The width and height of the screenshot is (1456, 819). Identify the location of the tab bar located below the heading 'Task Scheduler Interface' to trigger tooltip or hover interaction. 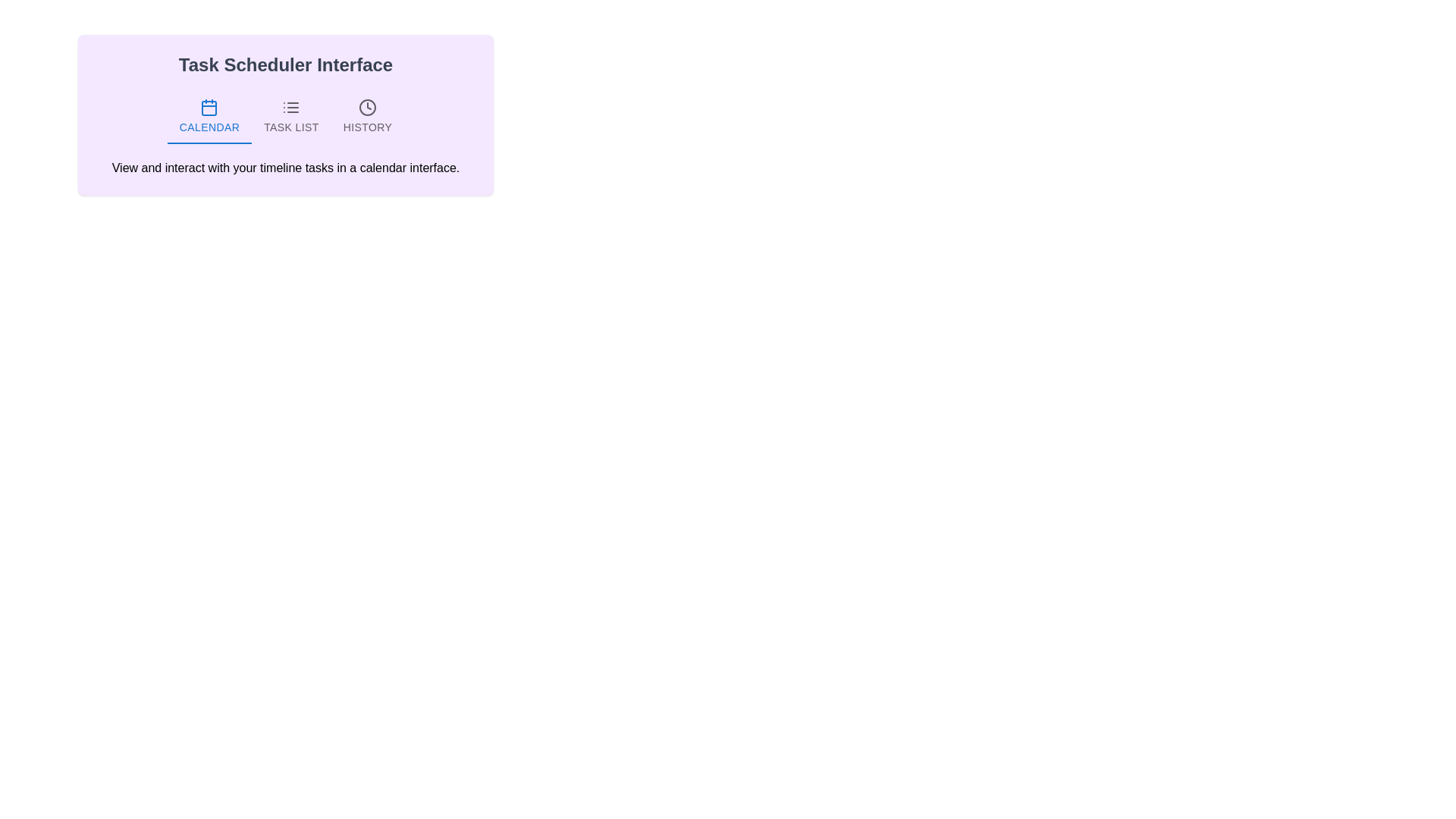
(286, 116).